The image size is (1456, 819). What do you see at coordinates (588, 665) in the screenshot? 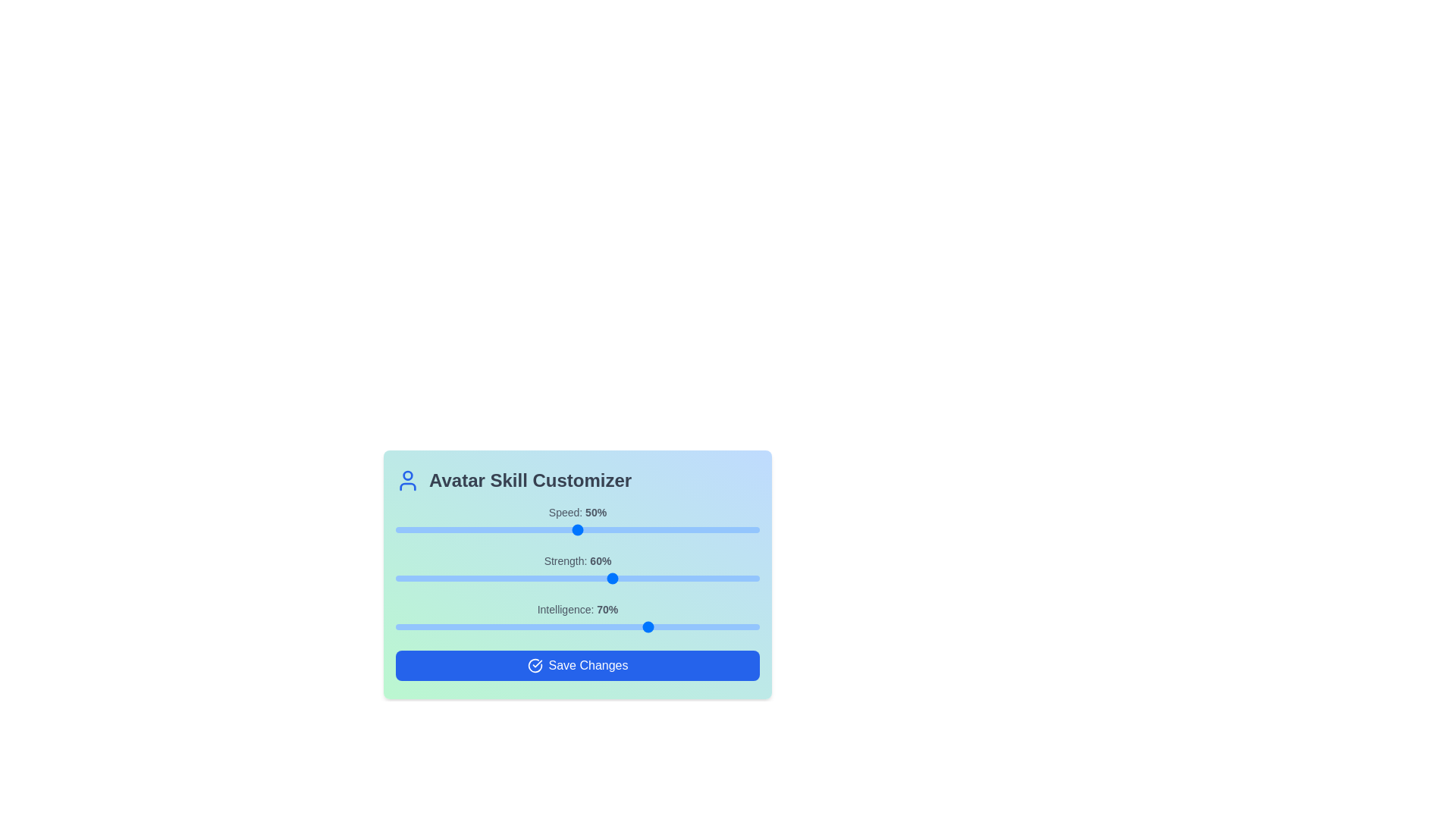
I see `the 'Save Changes' text label, which is displayed in white font on a blue background within a button located in the lower section of the 'Avatar Skill Customizer' panel` at bounding box center [588, 665].